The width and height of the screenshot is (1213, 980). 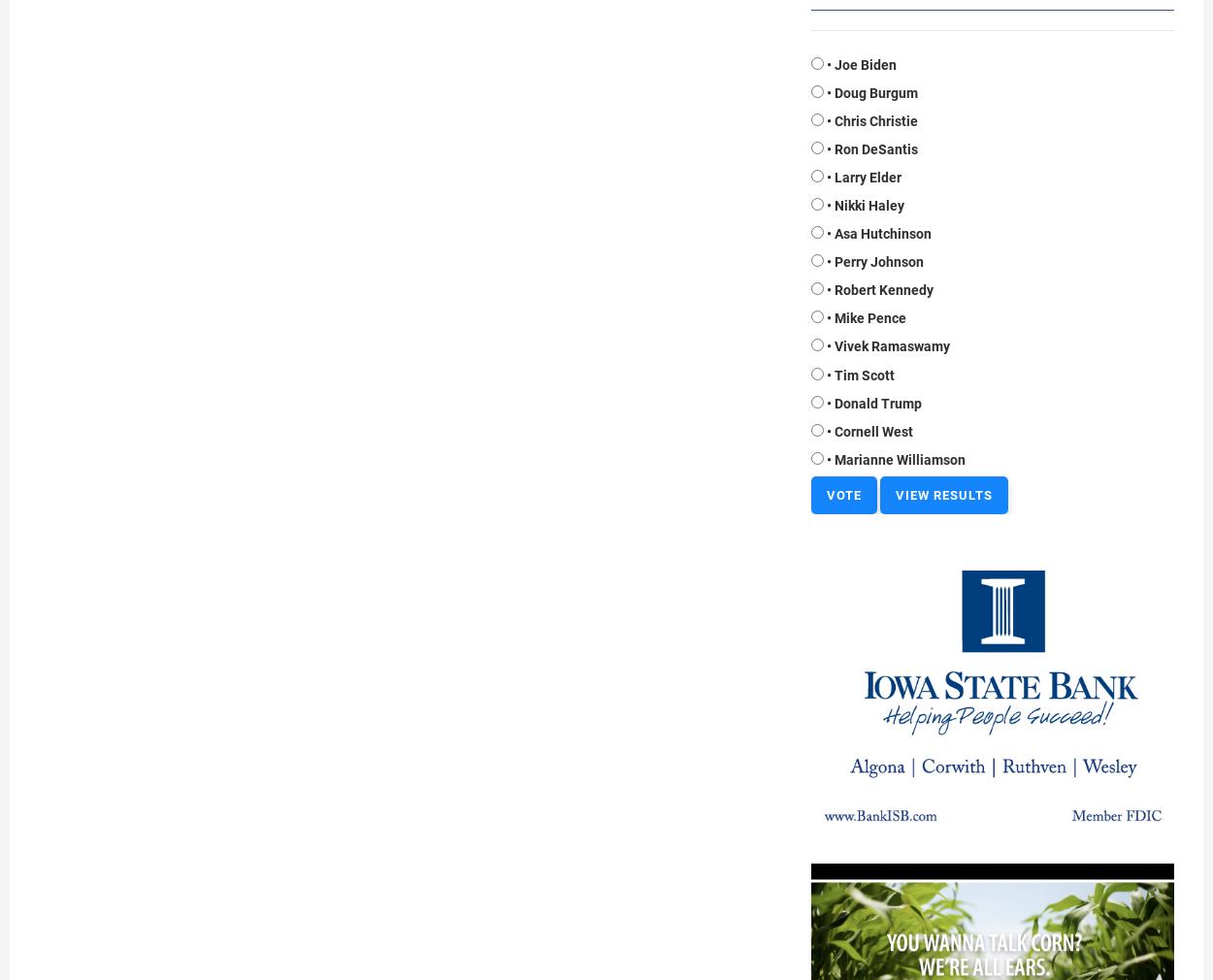 What do you see at coordinates (861, 375) in the screenshot?
I see `'• Tim Scott'` at bounding box center [861, 375].